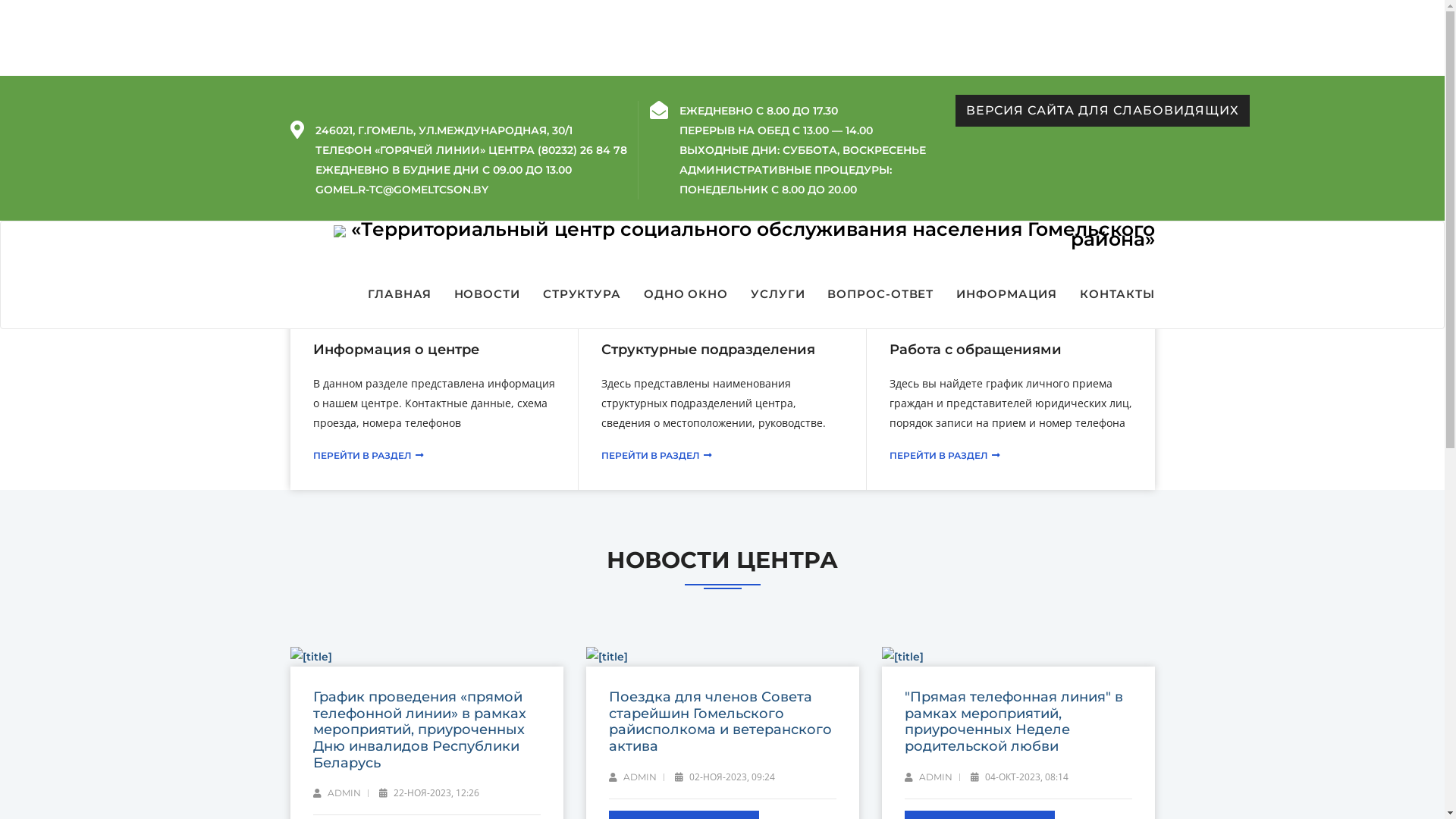 The width and height of the screenshot is (1456, 819). I want to click on 'ADMIN', so click(335, 792).